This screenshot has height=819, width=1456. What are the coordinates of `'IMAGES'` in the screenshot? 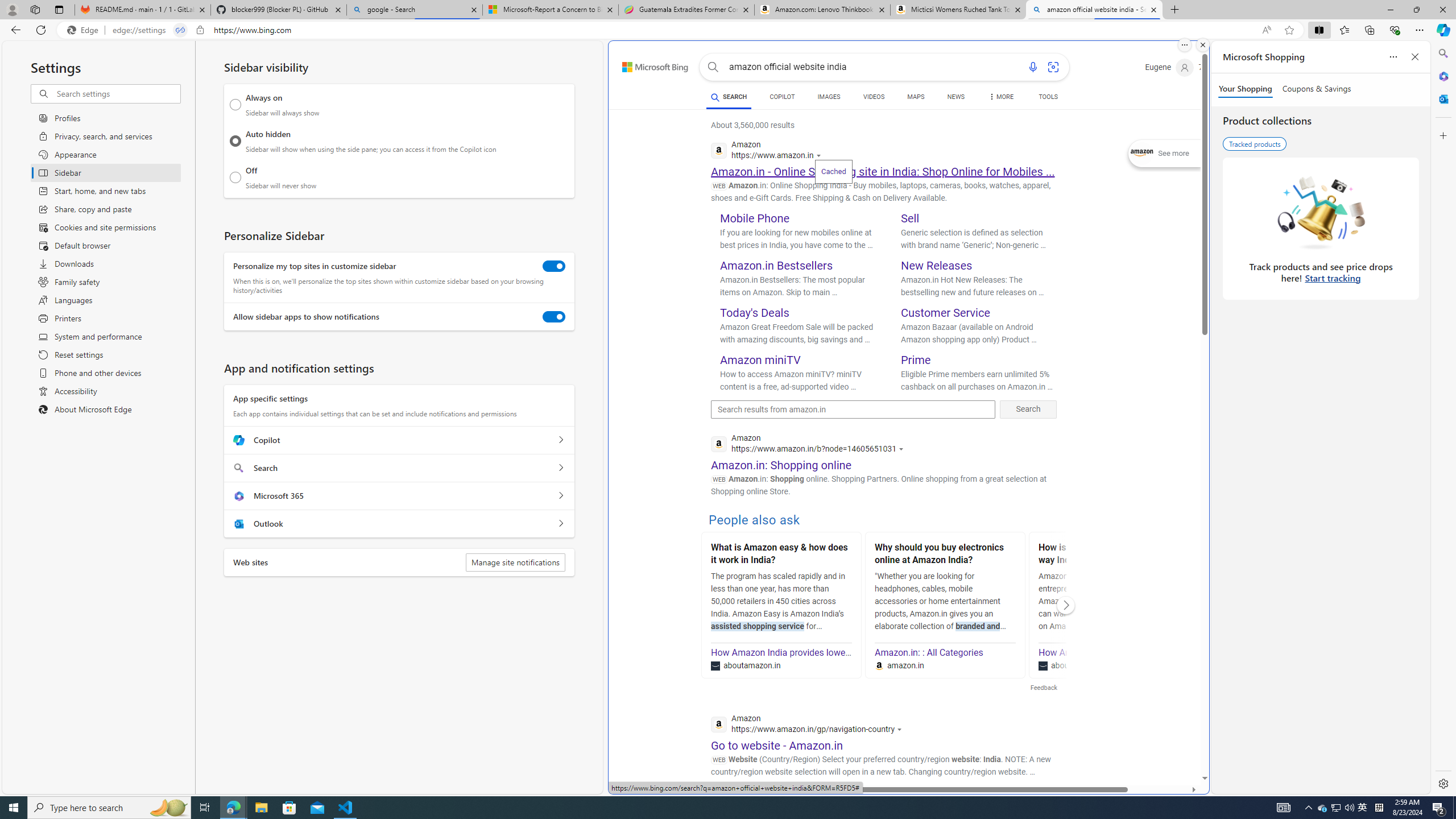 It's located at (828, 98).